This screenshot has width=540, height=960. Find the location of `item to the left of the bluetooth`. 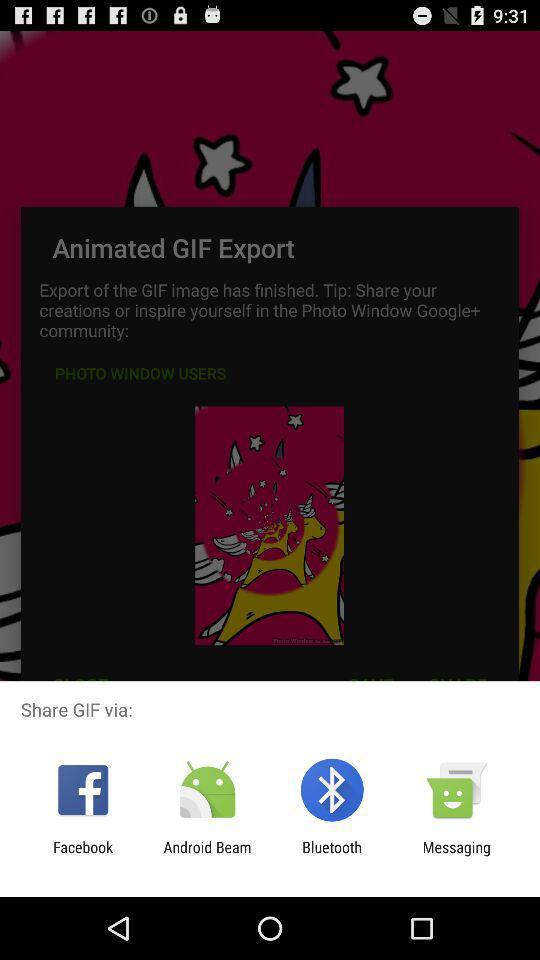

item to the left of the bluetooth is located at coordinates (206, 855).